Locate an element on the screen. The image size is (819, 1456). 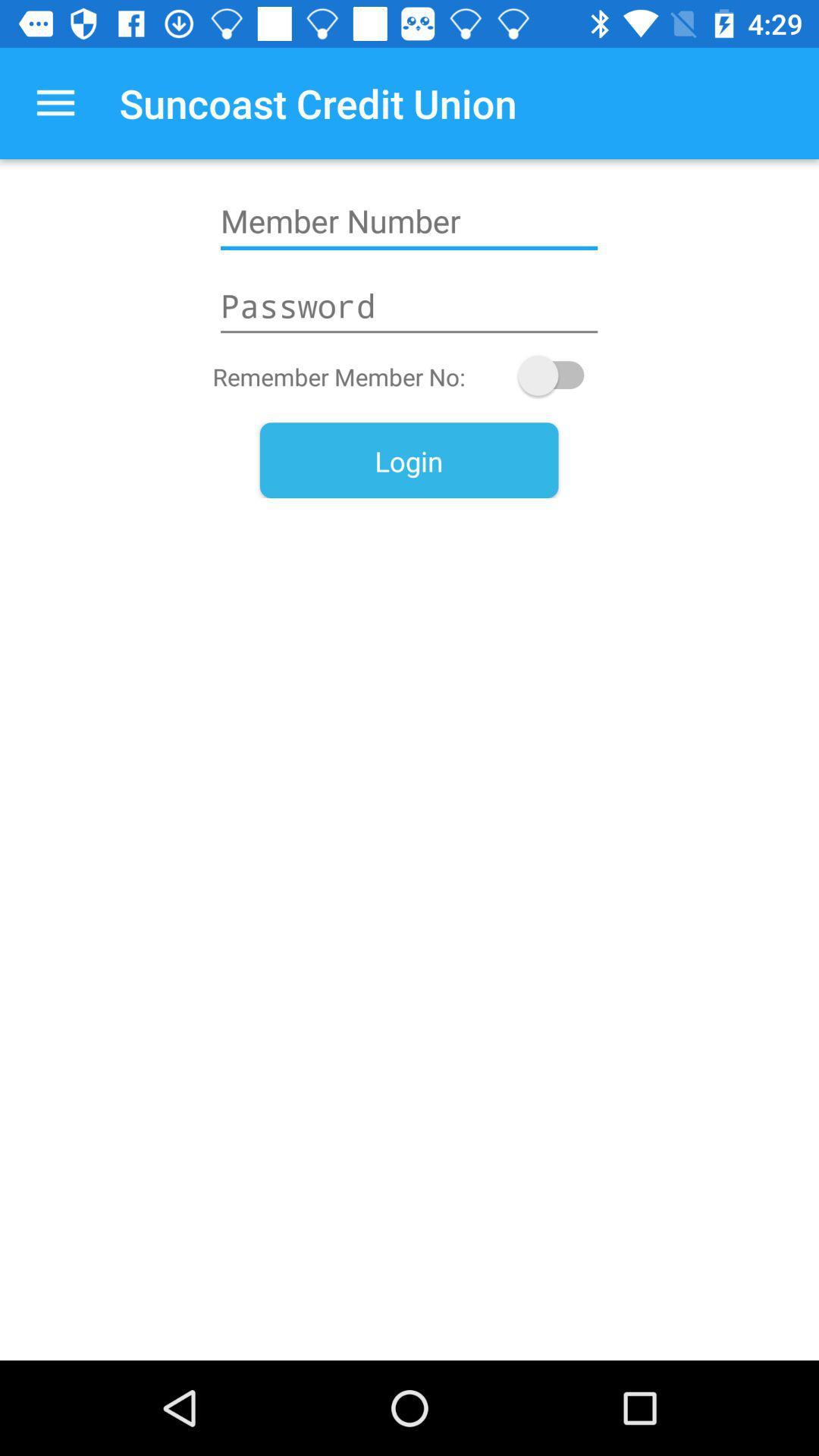
the item at the top right corner is located at coordinates (558, 375).